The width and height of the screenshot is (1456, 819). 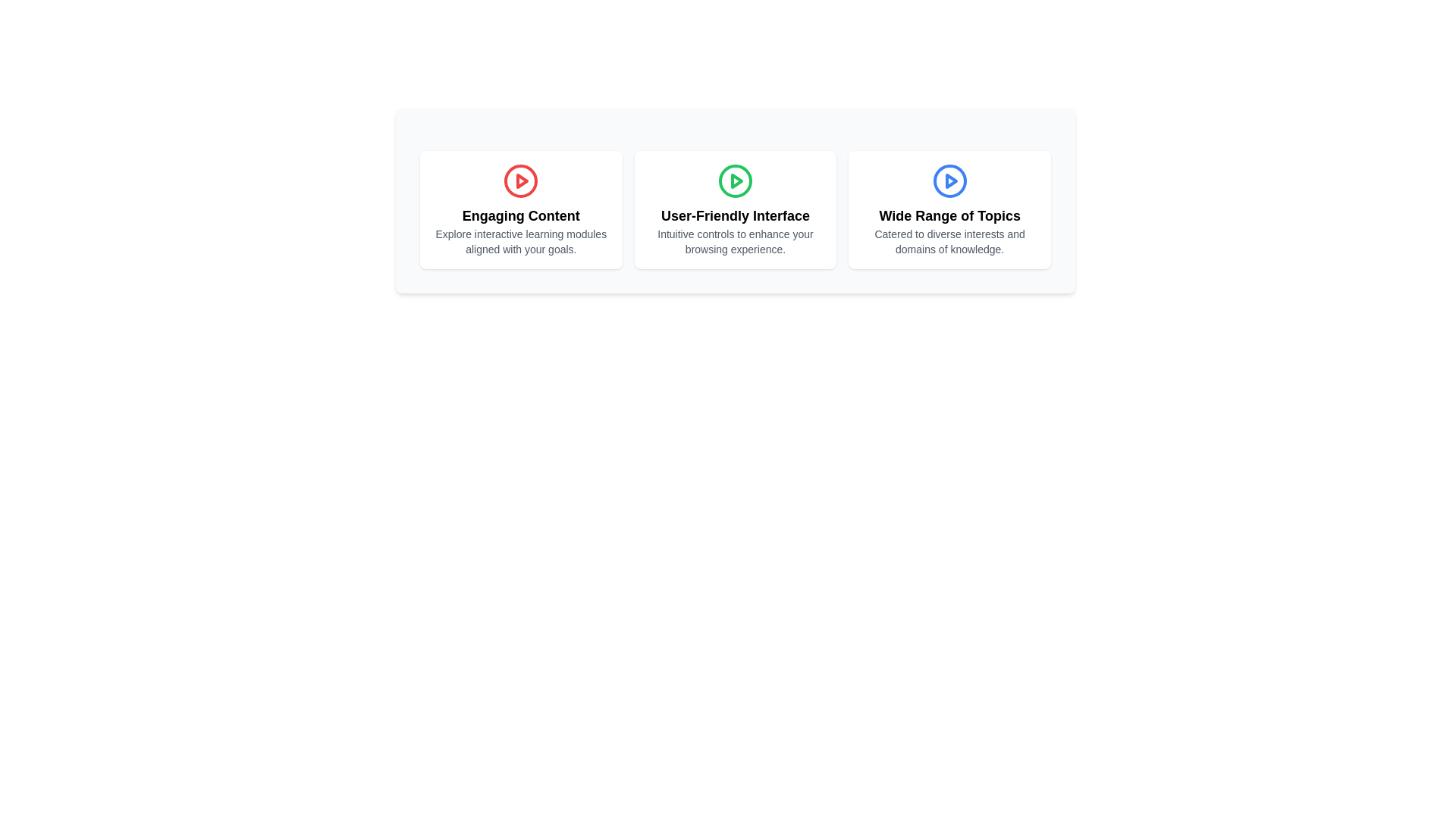 I want to click on the circular play icon button with a blue outline and a white triangular play symbol located at the top-center of the 'Wide Range of Topics' content card to initiate playback, so click(x=949, y=180).